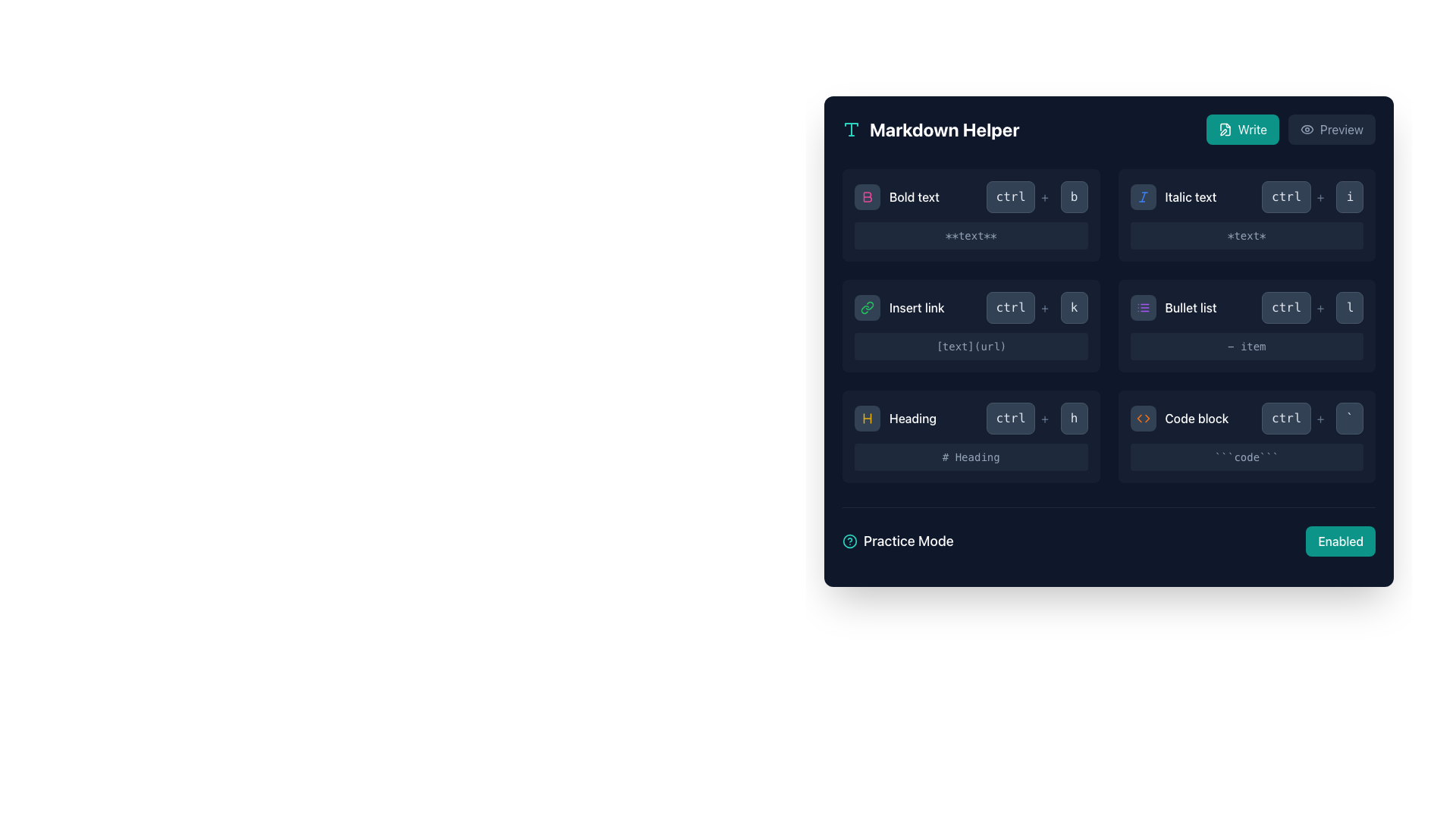  I want to click on the static label that displays an example of Markdown syntax for creating a heading located at the bottom of the 'Heading' block in the Markdown Helper interface, so click(971, 456).